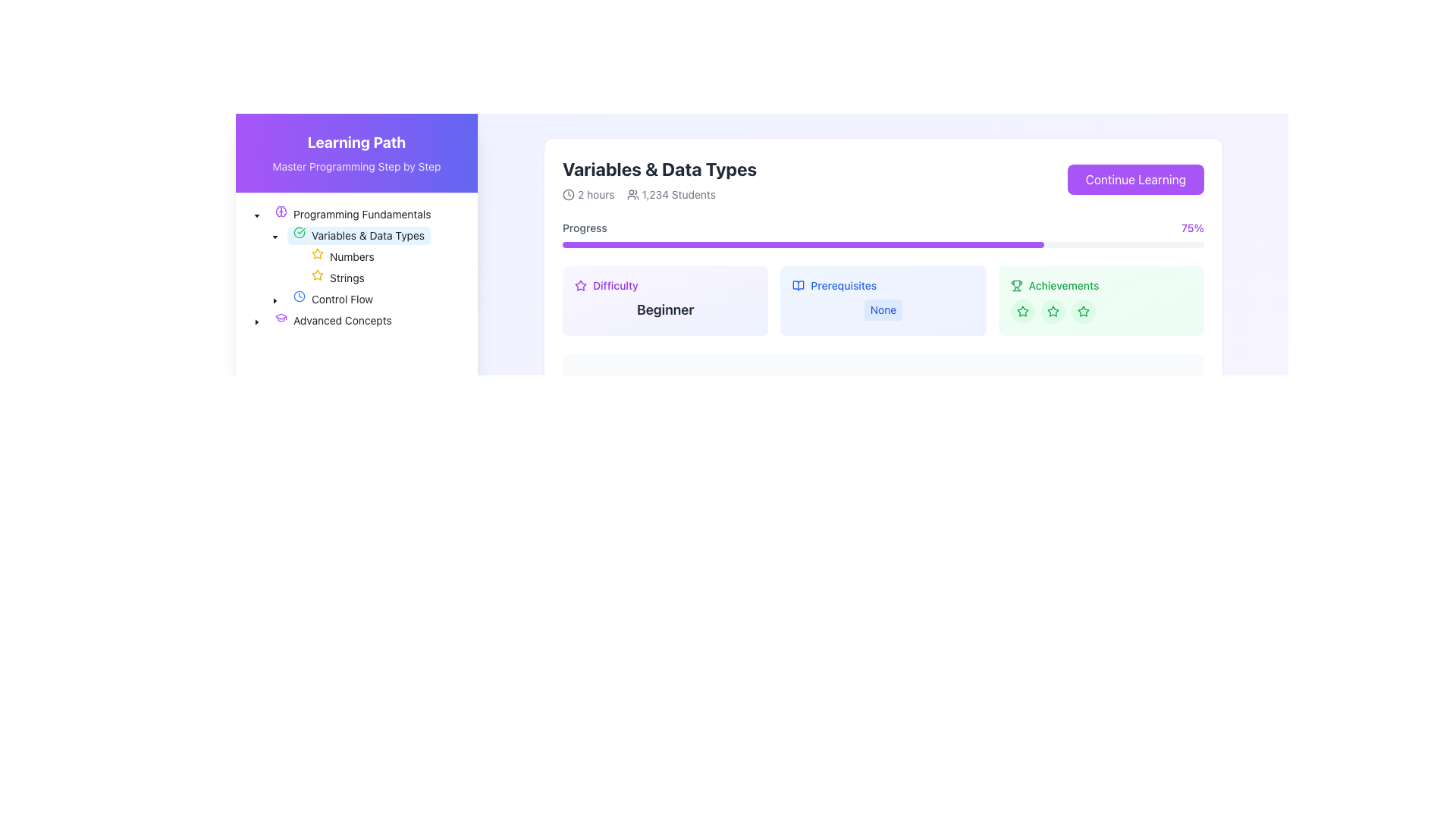 The image size is (1456, 819). Describe the element at coordinates (308, 278) in the screenshot. I see `the Tree Node Item labeled 'Strings' in the hierarchical tree structure under 'Variables & Data Types'` at that location.